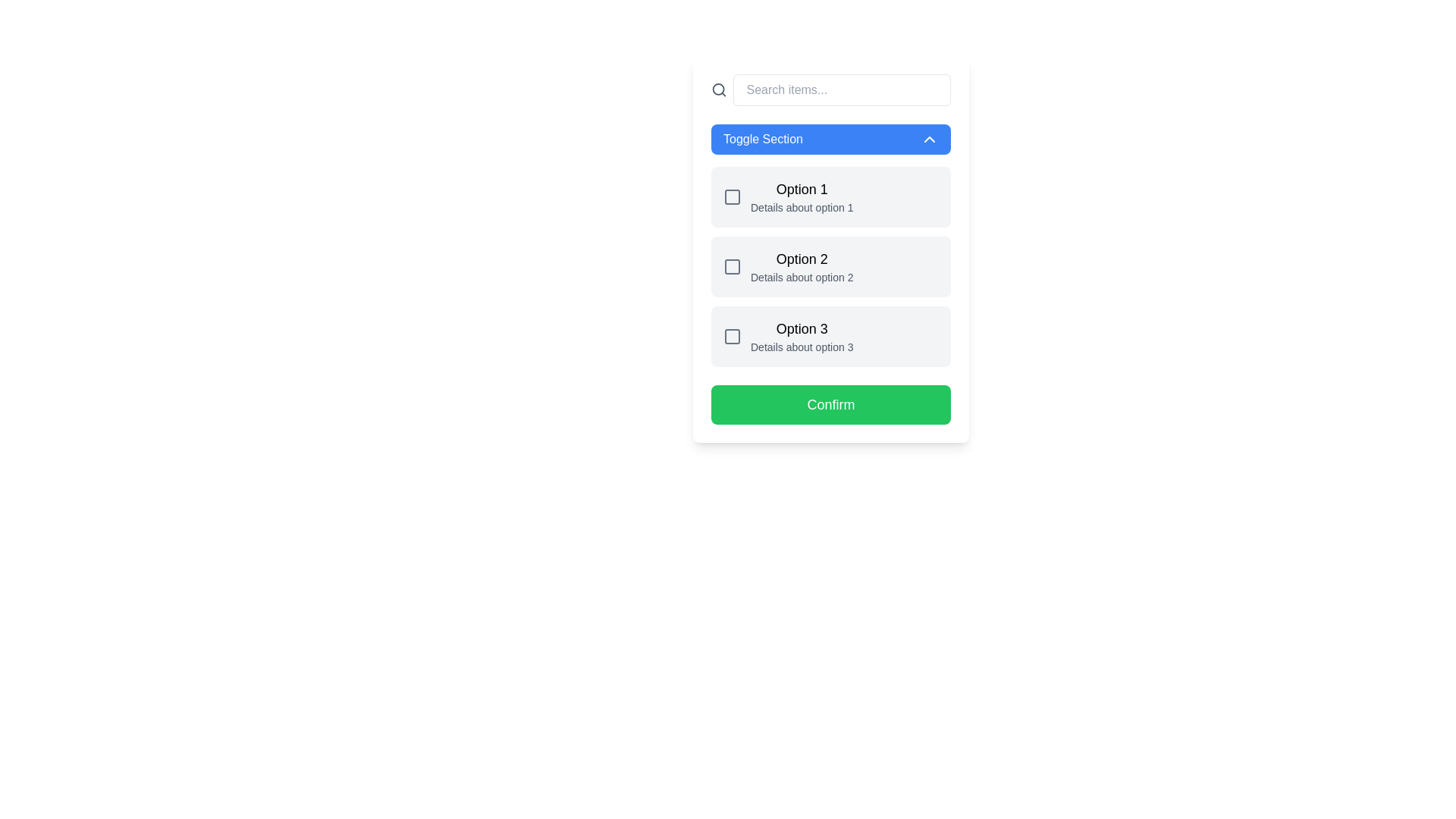  What do you see at coordinates (830, 265) in the screenshot?
I see `the checkbox representing the second item in a vertical list of options` at bounding box center [830, 265].